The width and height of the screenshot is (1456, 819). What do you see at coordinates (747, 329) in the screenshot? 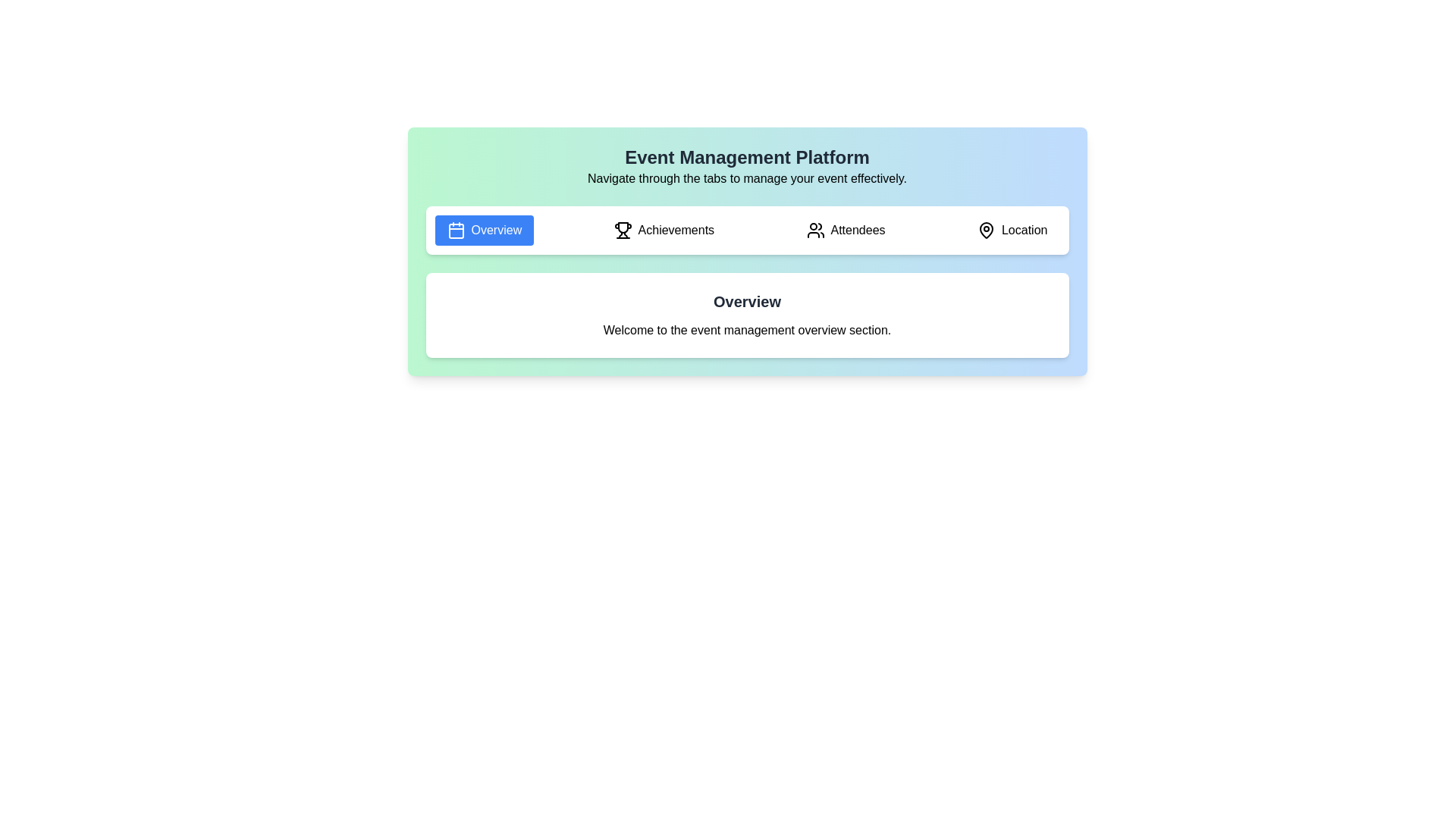
I see `the introductory description label for the 'Overview' section, which is centrally positioned below the 'Overview' heading` at bounding box center [747, 329].